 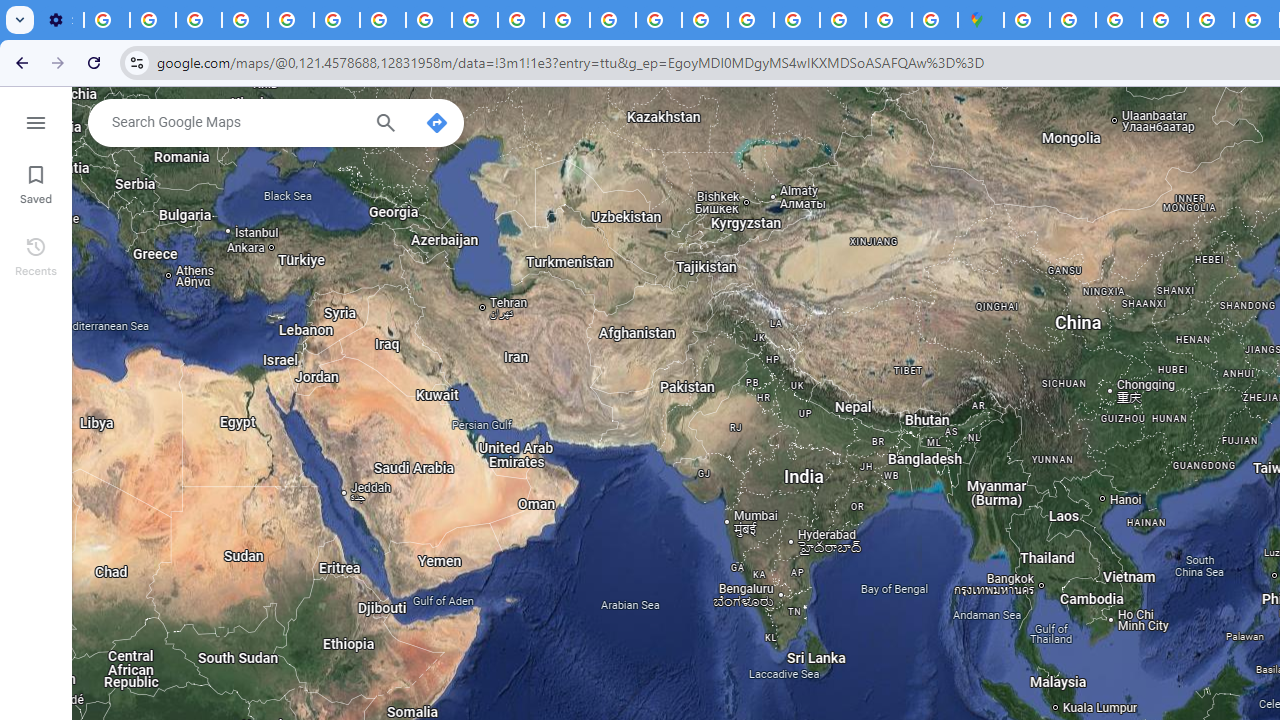 What do you see at coordinates (435, 123) in the screenshot?
I see `'Directions'` at bounding box center [435, 123].